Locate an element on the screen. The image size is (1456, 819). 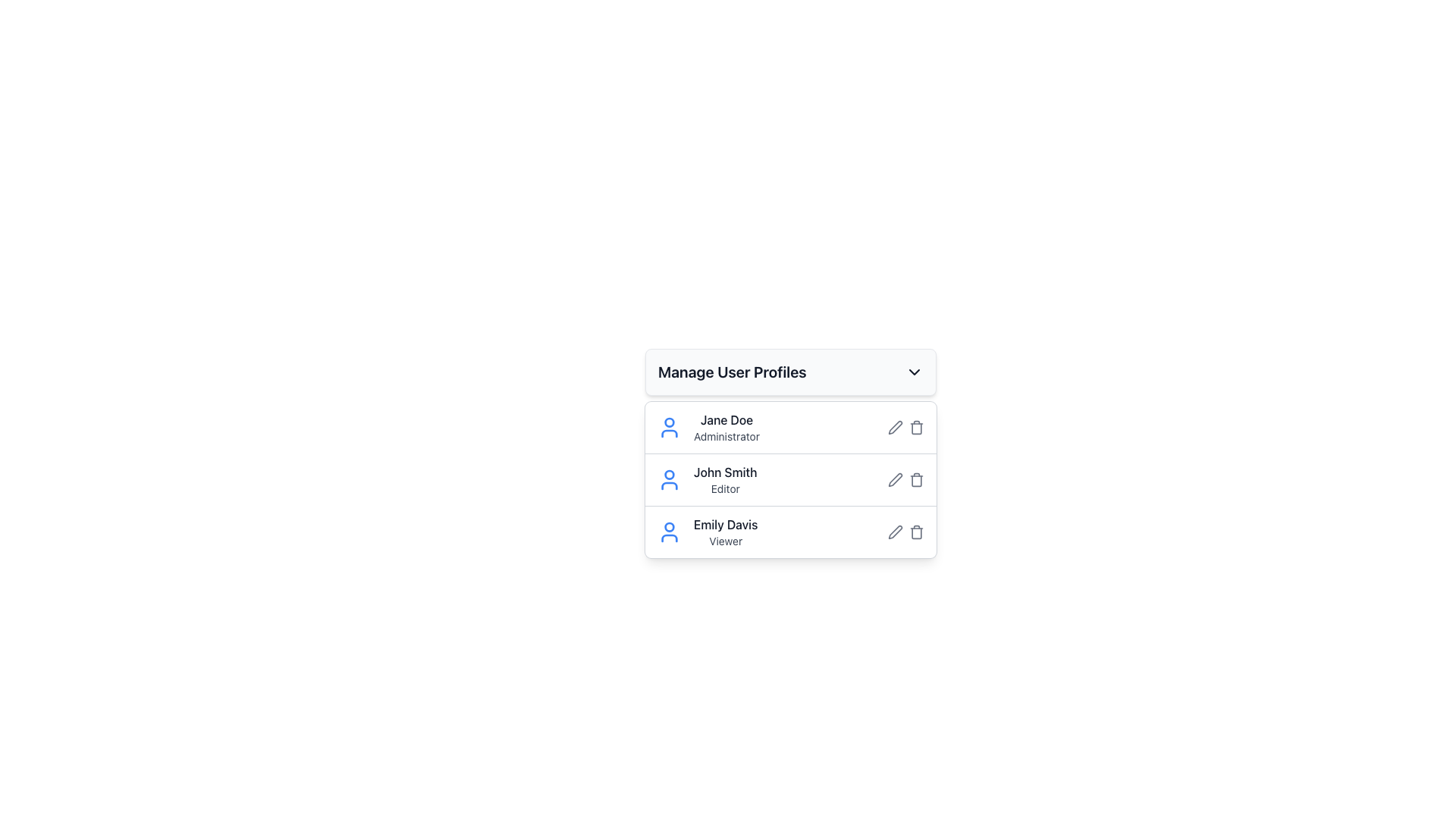
the leftmost action button in the first row of the table under 'Manage User Profiles' is located at coordinates (895, 427).